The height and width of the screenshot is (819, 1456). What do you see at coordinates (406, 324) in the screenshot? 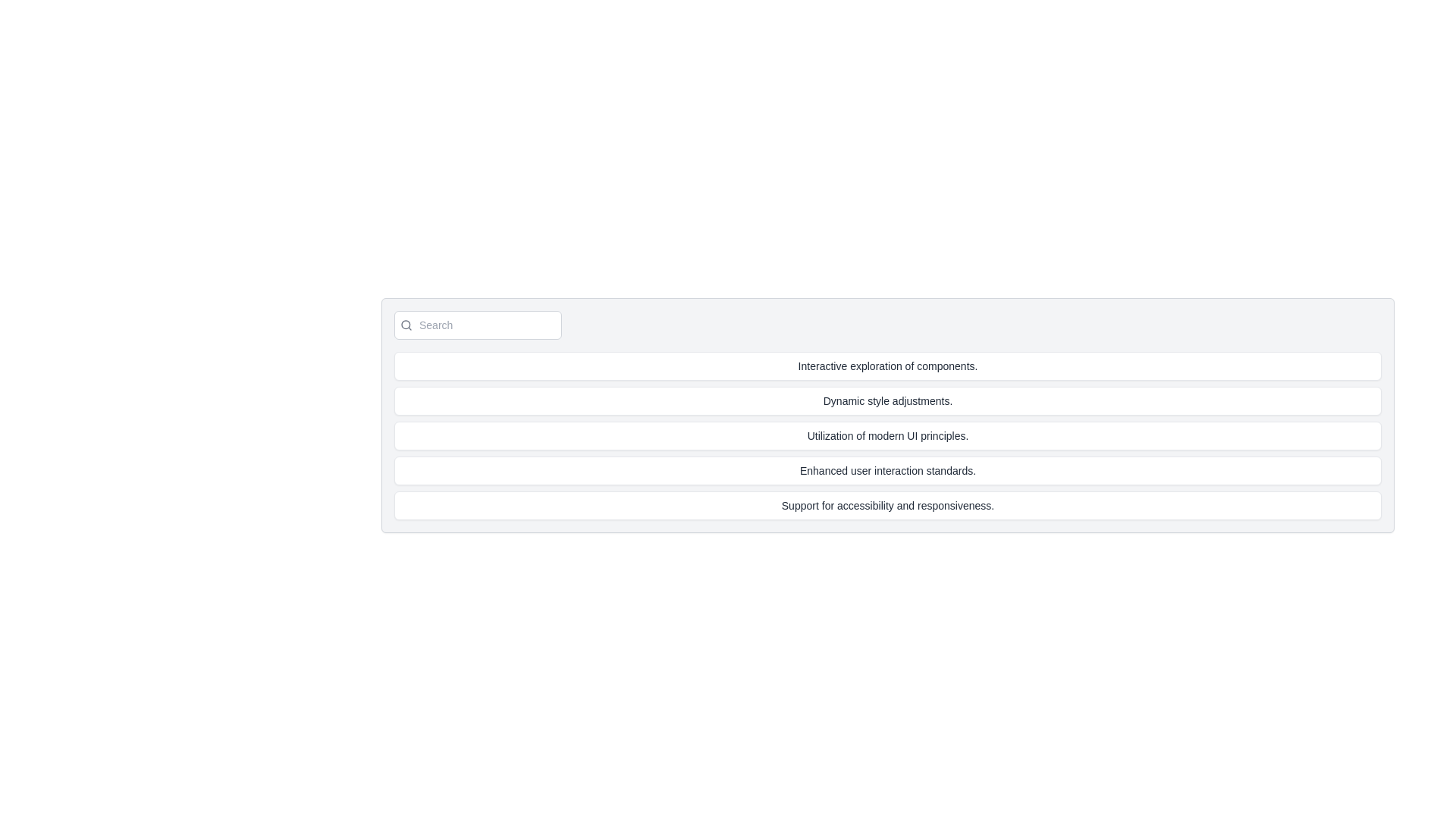
I see `the decorative circular element of the search magnifying glass icon, which is positioned at the center of the 'Search' input box in the user interface` at bounding box center [406, 324].